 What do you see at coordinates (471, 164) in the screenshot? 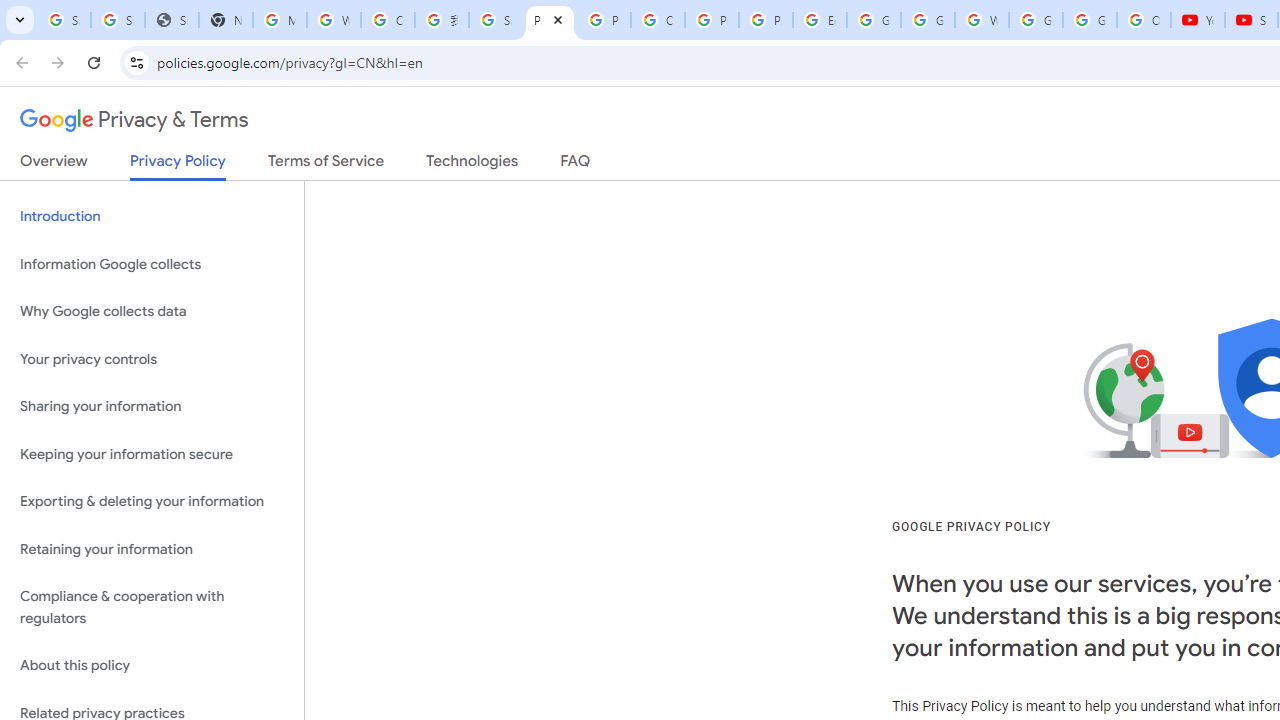
I see `'Technologies'` at bounding box center [471, 164].